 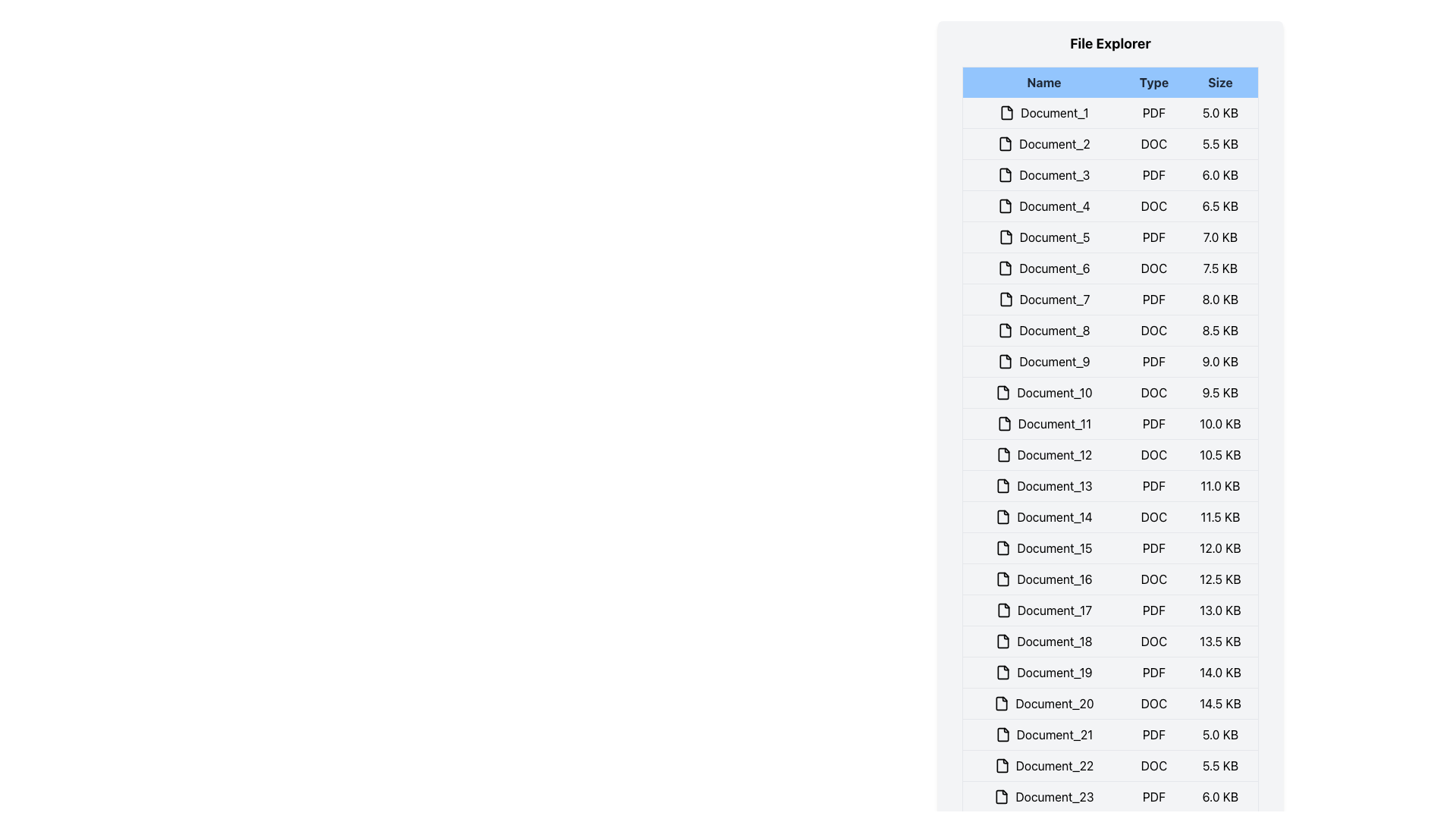 I want to click on the first row in the file table displaying information about 'Document_1', so click(x=1110, y=112).